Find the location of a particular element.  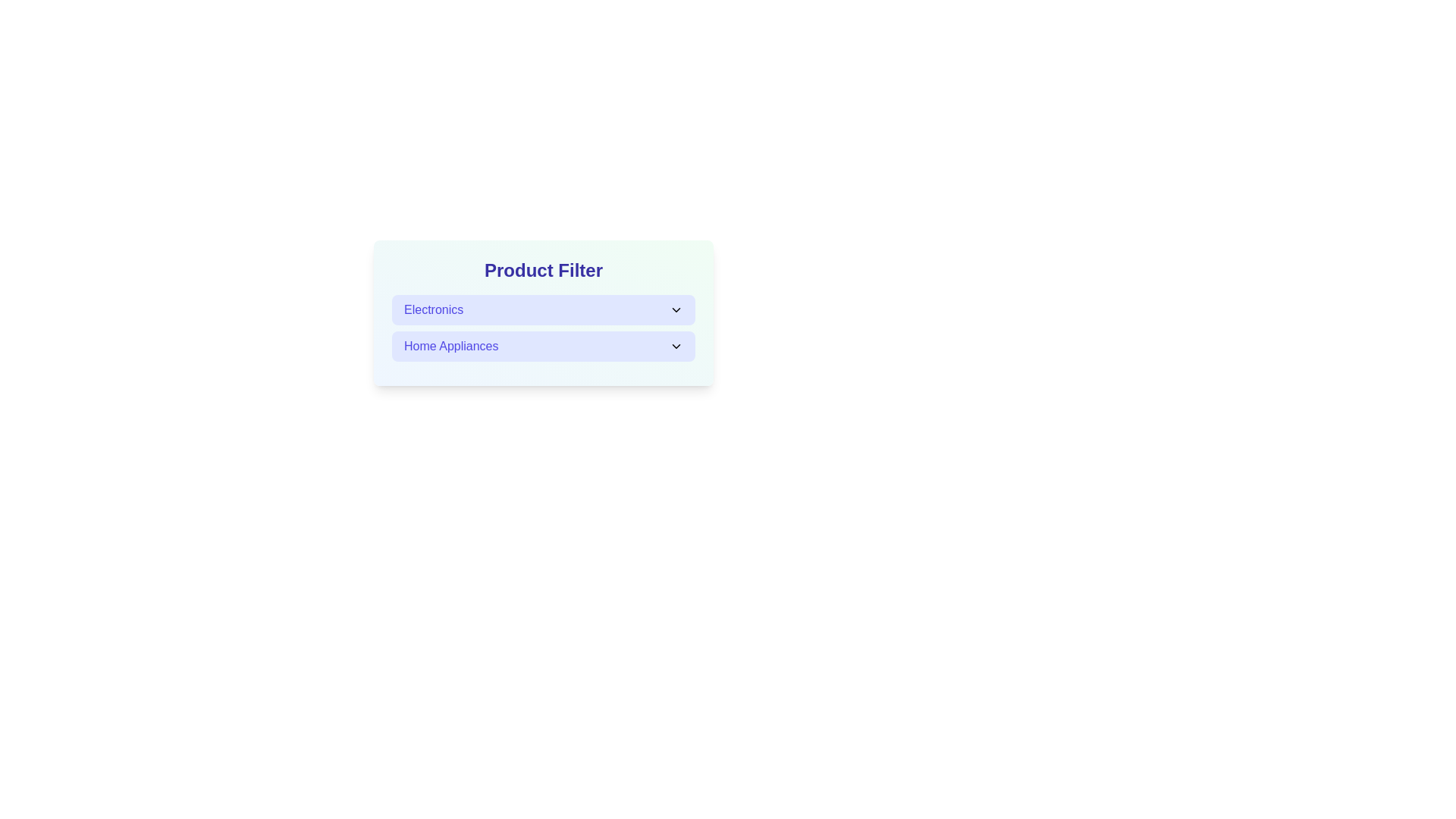

the chevron icon located at the top-right corner of the 'Home Appliances' row in the 'Product Filter' section is located at coordinates (676, 346).